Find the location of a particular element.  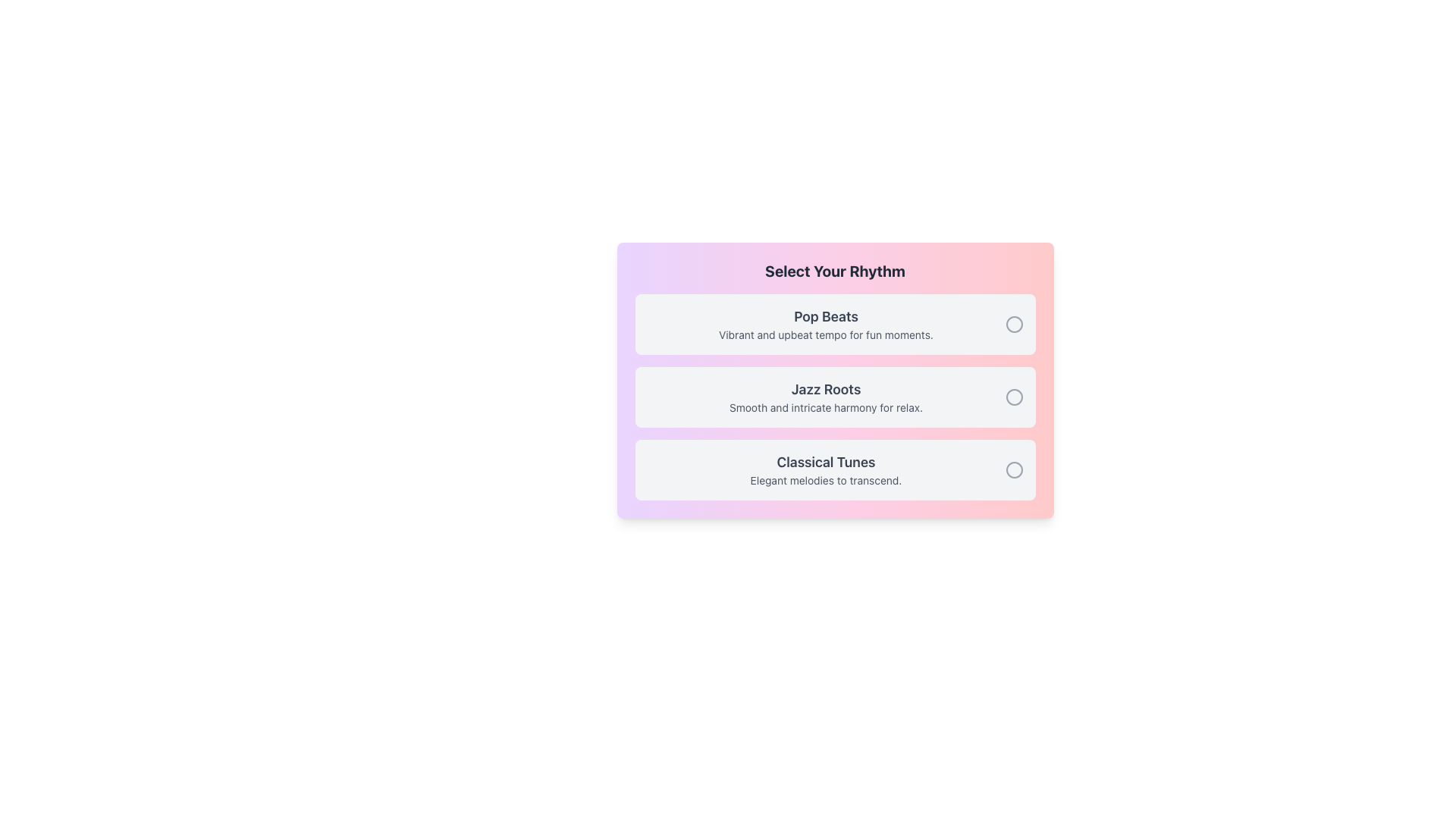

the circular radio button icon on the far right of the 'Pop Beats' section is located at coordinates (1014, 324).